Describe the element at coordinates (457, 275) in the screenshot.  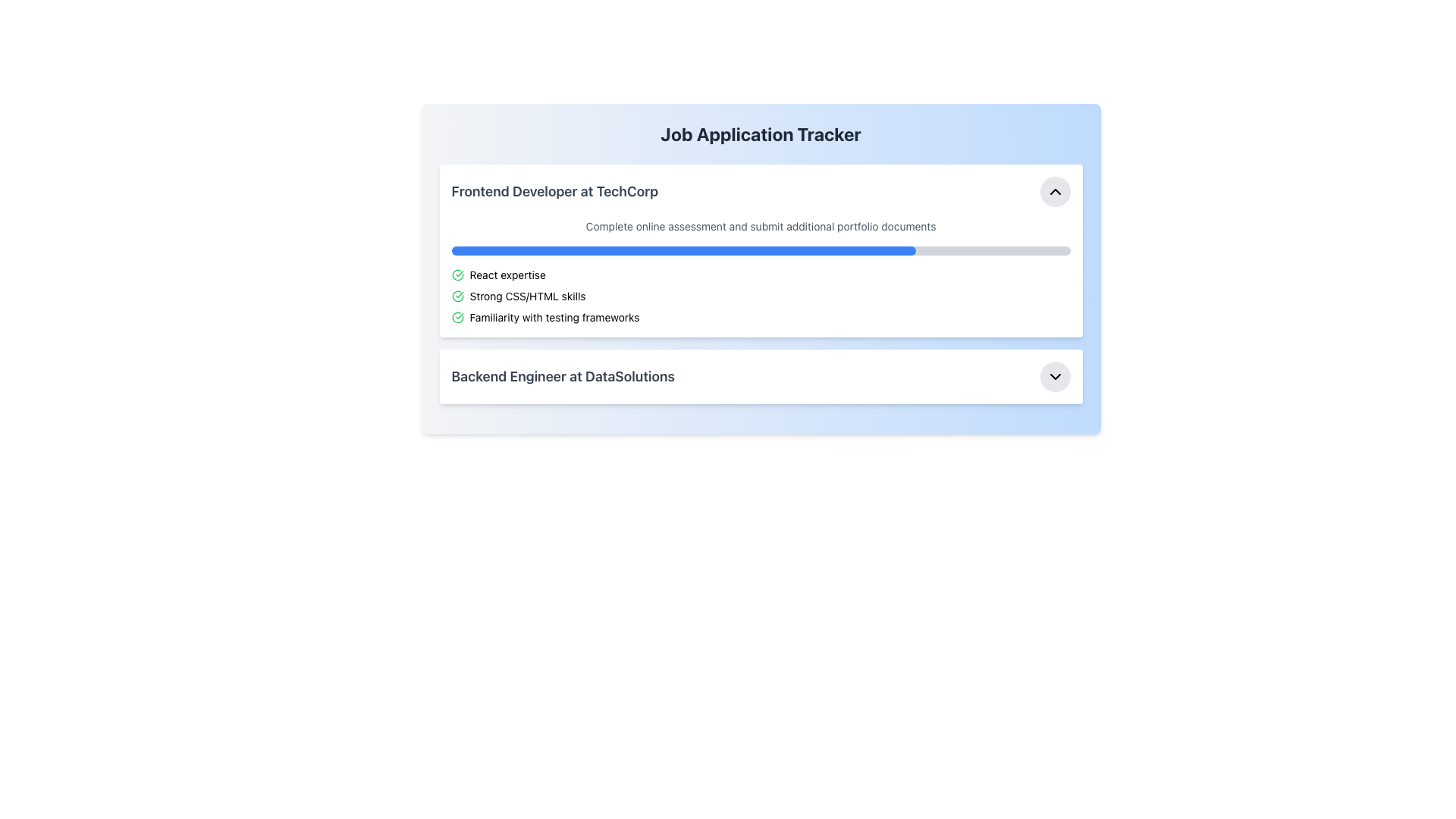
I see `the green checkmark icon that indicates success for the 'React expertise' label, located directly before the label text` at that location.